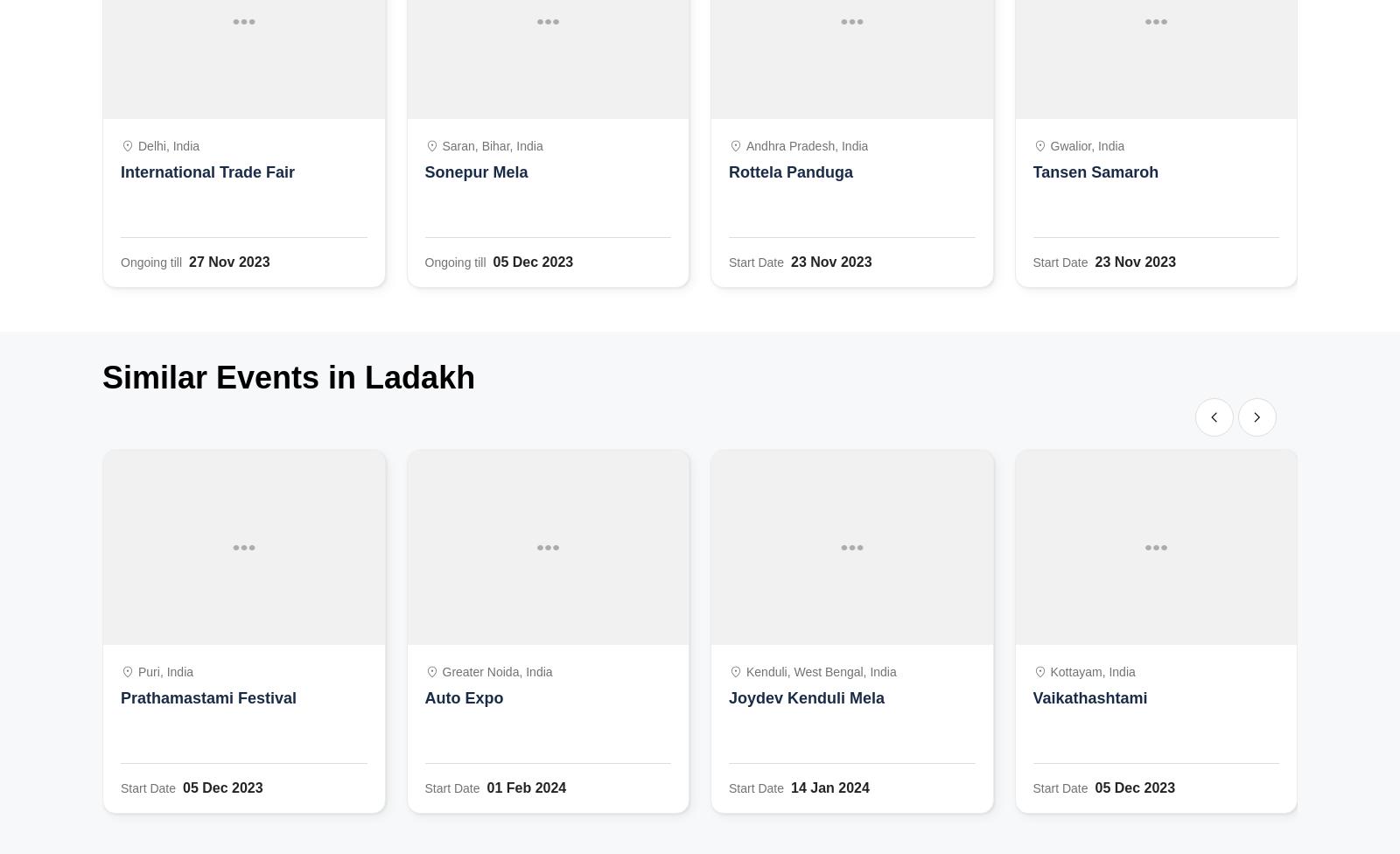  Describe the element at coordinates (1214, 416) in the screenshot. I see `'chevron_left'` at that location.